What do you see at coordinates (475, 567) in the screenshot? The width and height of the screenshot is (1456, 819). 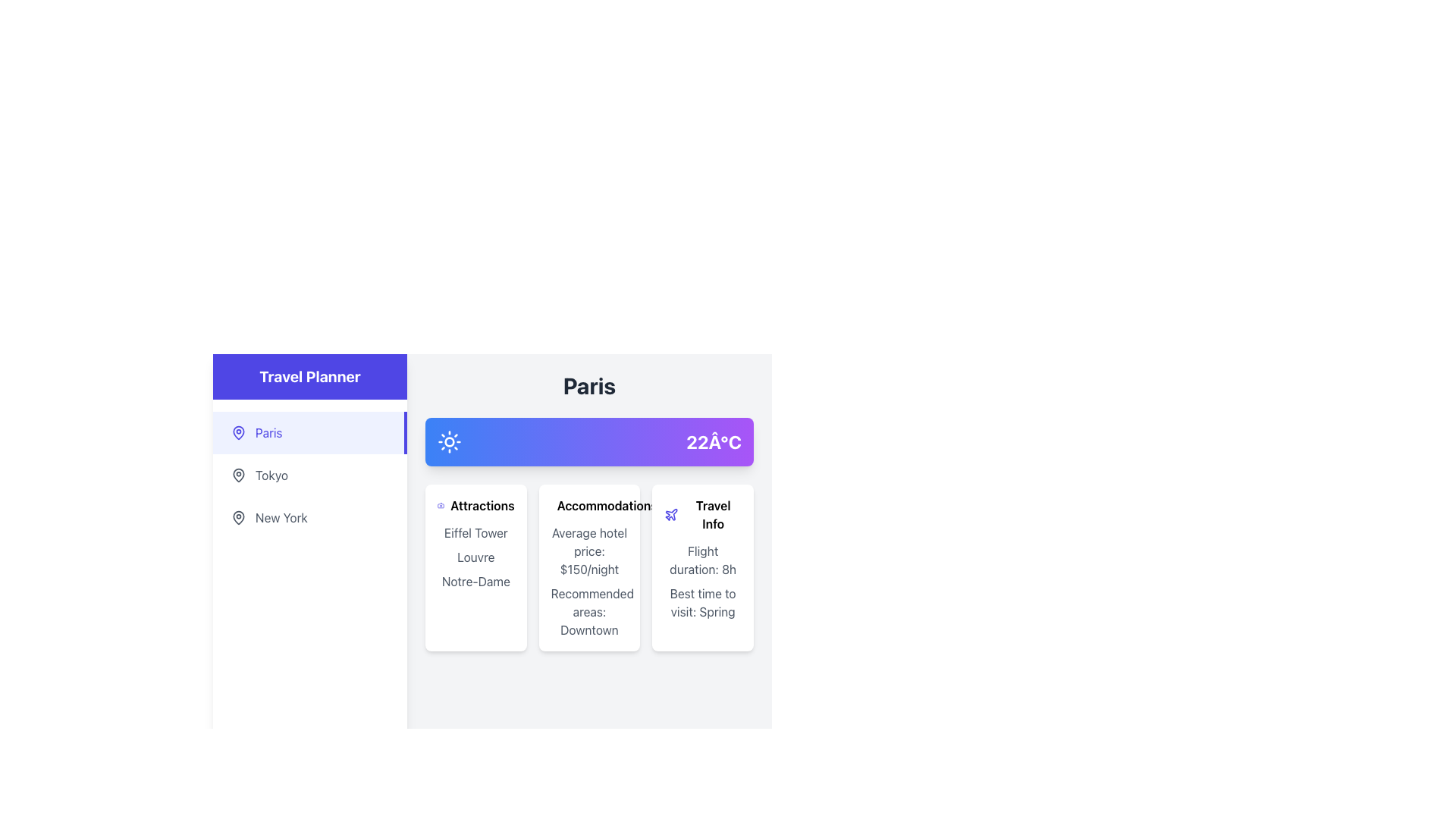 I see `the 'Attractions' informational card which has a white background, rounded corners, and contains the heading text 'Attractions' in bold along with a list of attractions and a camera icon` at bounding box center [475, 567].